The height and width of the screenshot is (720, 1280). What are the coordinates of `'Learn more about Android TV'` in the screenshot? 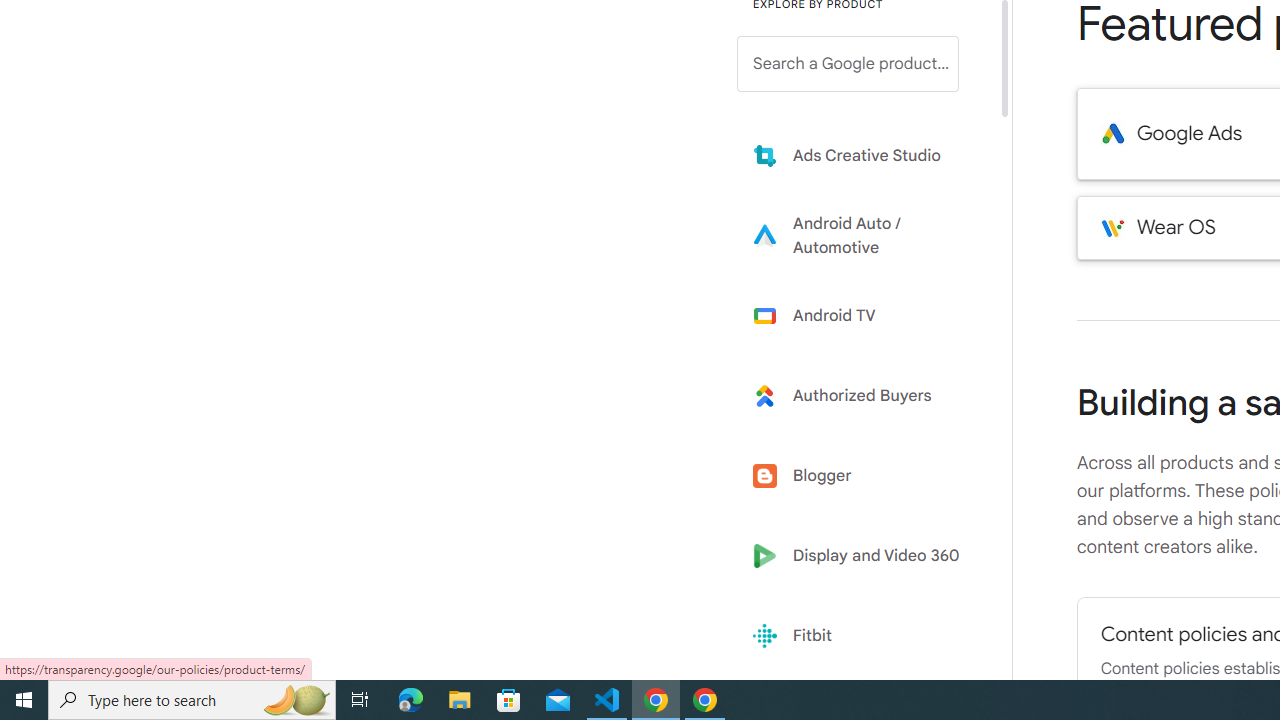 It's located at (862, 315).